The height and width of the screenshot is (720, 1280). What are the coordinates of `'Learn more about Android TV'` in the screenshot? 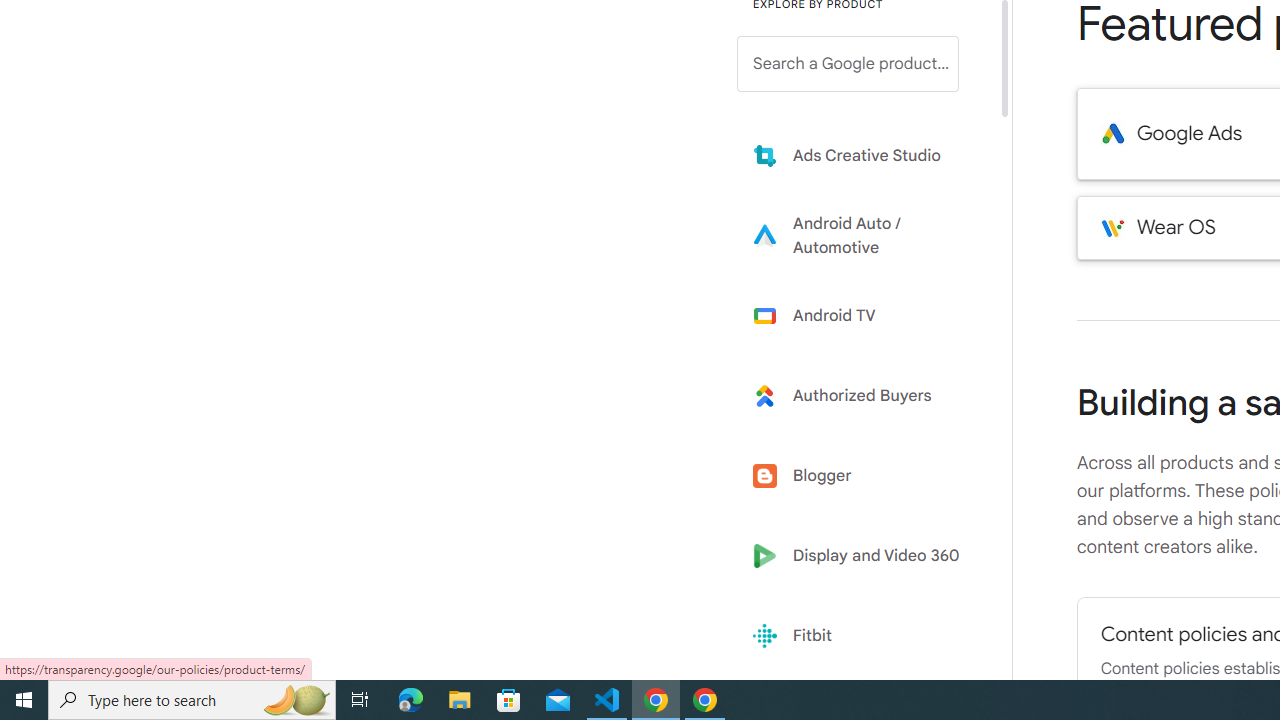 It's located at (862, 315).